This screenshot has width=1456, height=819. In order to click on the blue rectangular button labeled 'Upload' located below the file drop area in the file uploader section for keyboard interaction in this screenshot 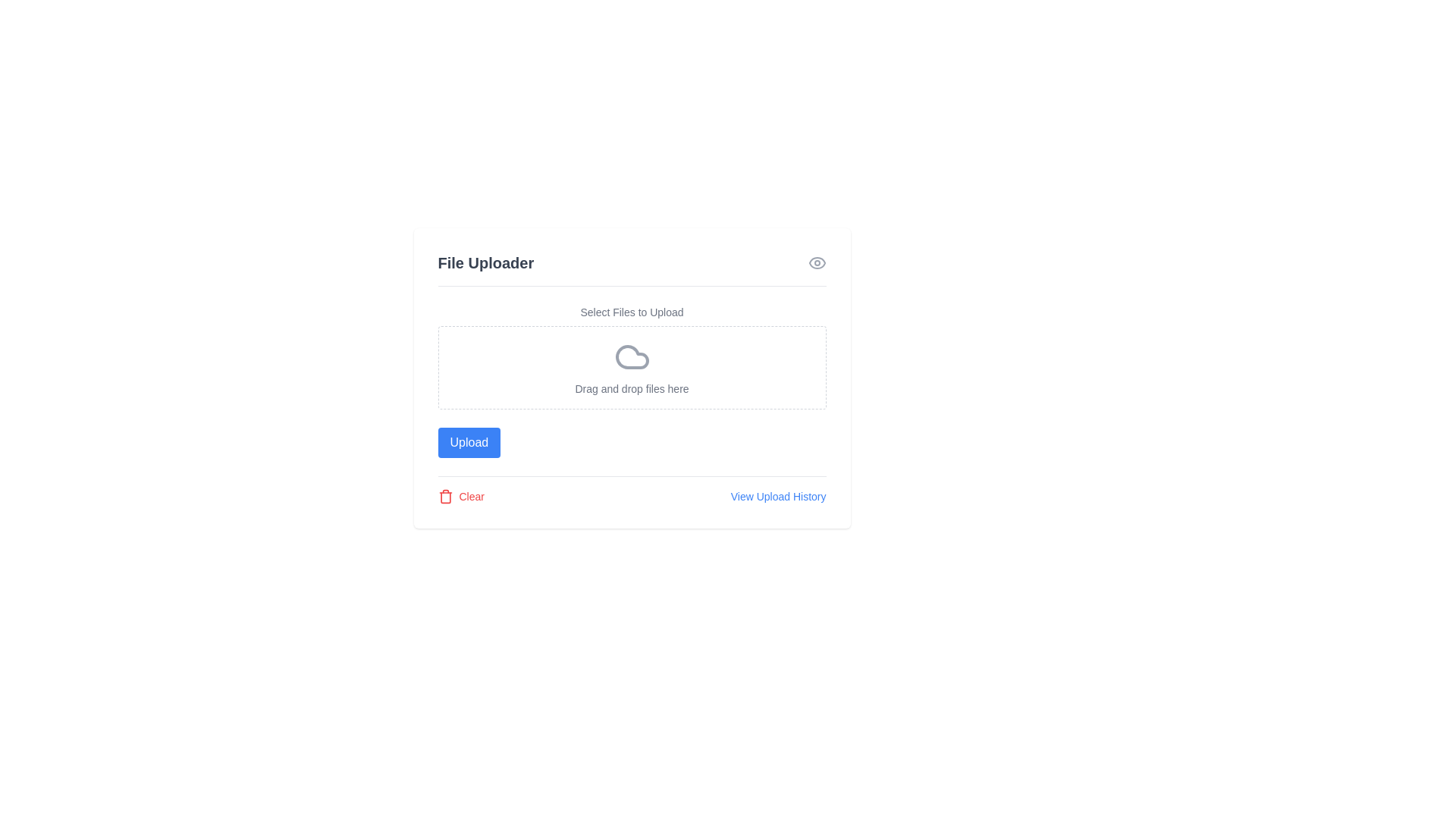, I will do `click(468, 442)`.